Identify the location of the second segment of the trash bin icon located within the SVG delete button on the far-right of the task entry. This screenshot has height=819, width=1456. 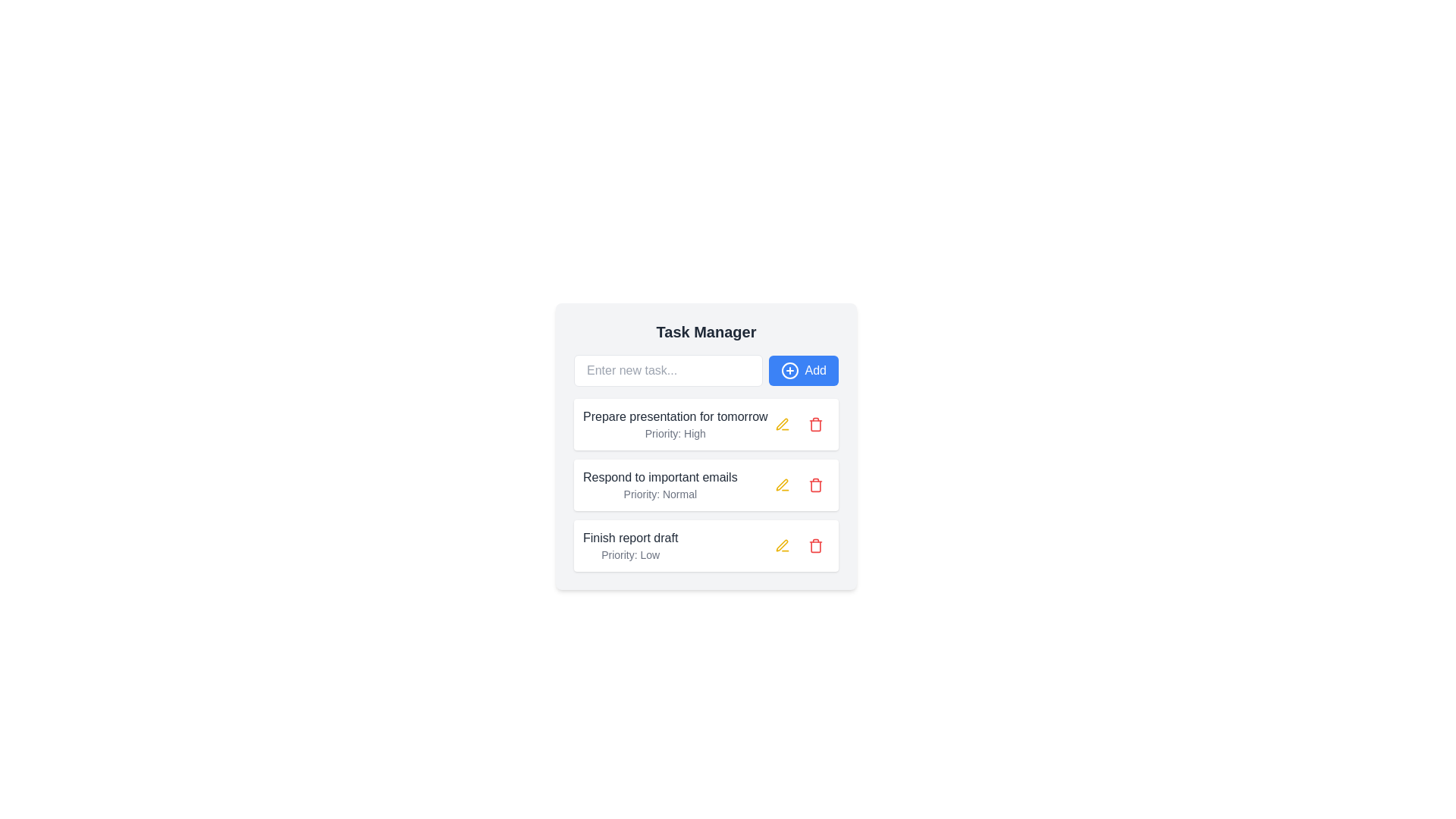
(814, 485).